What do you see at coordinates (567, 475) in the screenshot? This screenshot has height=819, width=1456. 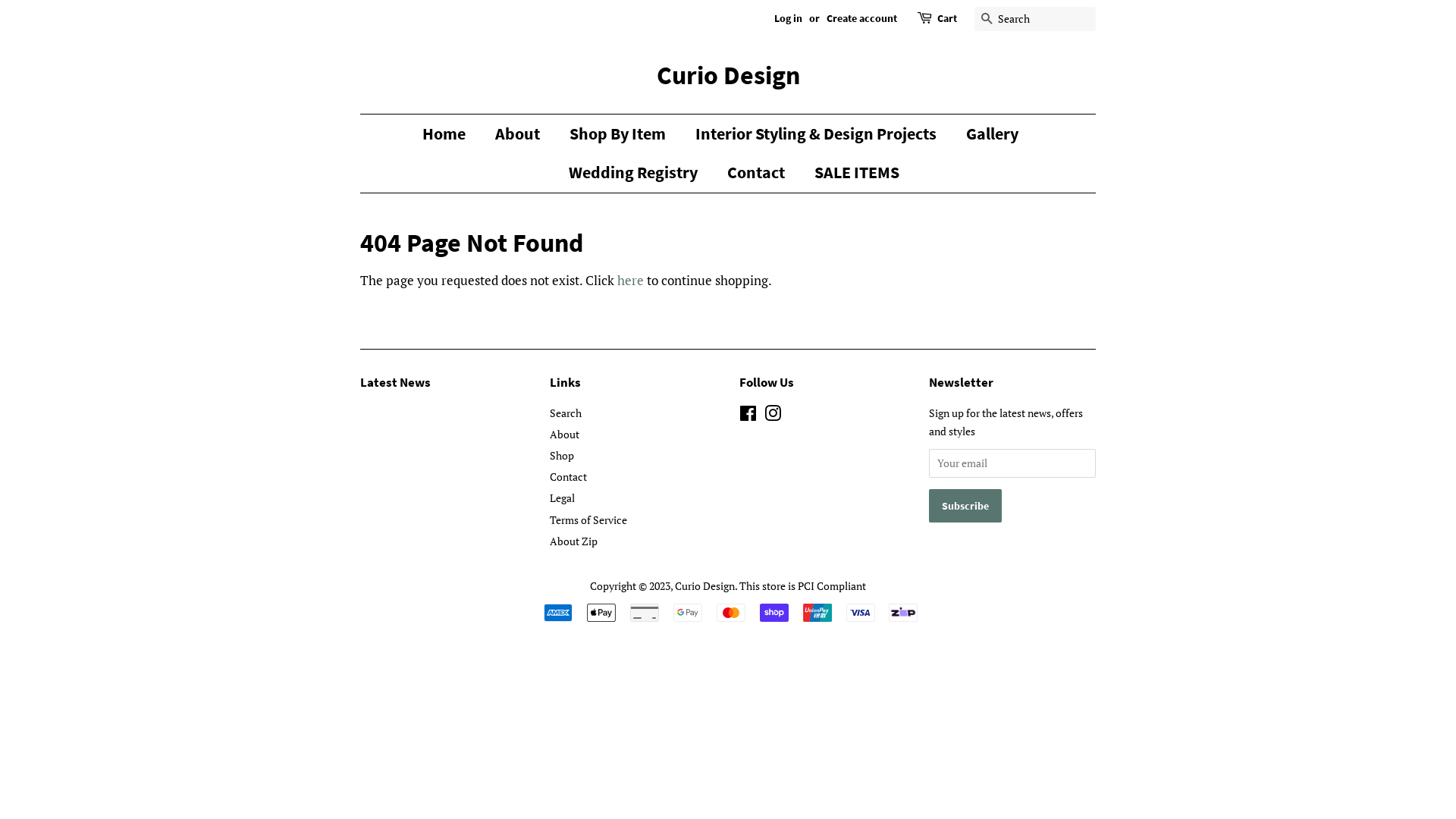 I see `'Contact'` at bounding box center [567, 475].